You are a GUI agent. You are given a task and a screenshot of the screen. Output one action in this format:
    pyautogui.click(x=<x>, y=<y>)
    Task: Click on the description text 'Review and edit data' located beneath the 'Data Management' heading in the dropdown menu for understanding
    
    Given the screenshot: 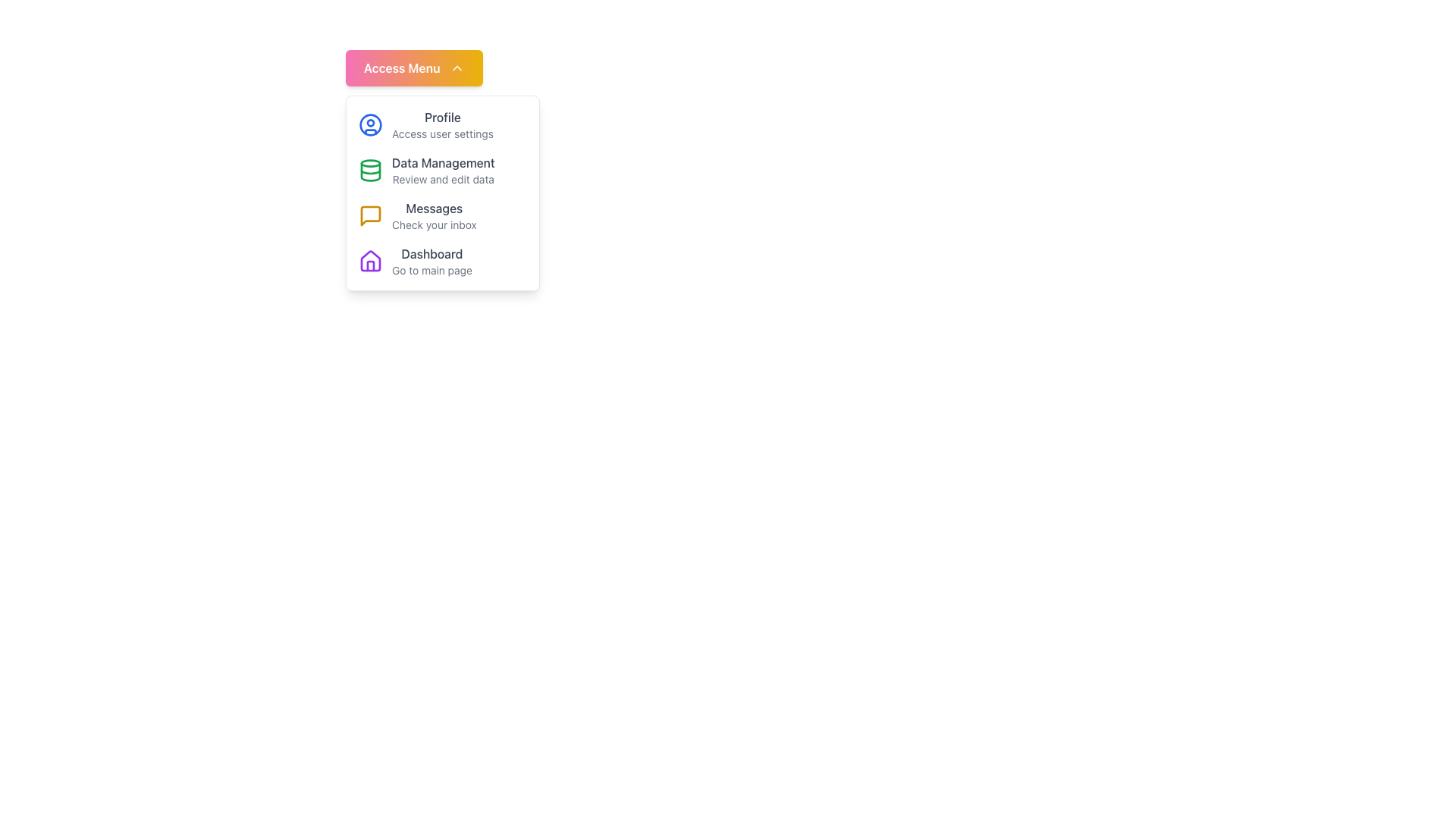 What is the action you would take?
    pyautogui.click(x=442, y=178)
    